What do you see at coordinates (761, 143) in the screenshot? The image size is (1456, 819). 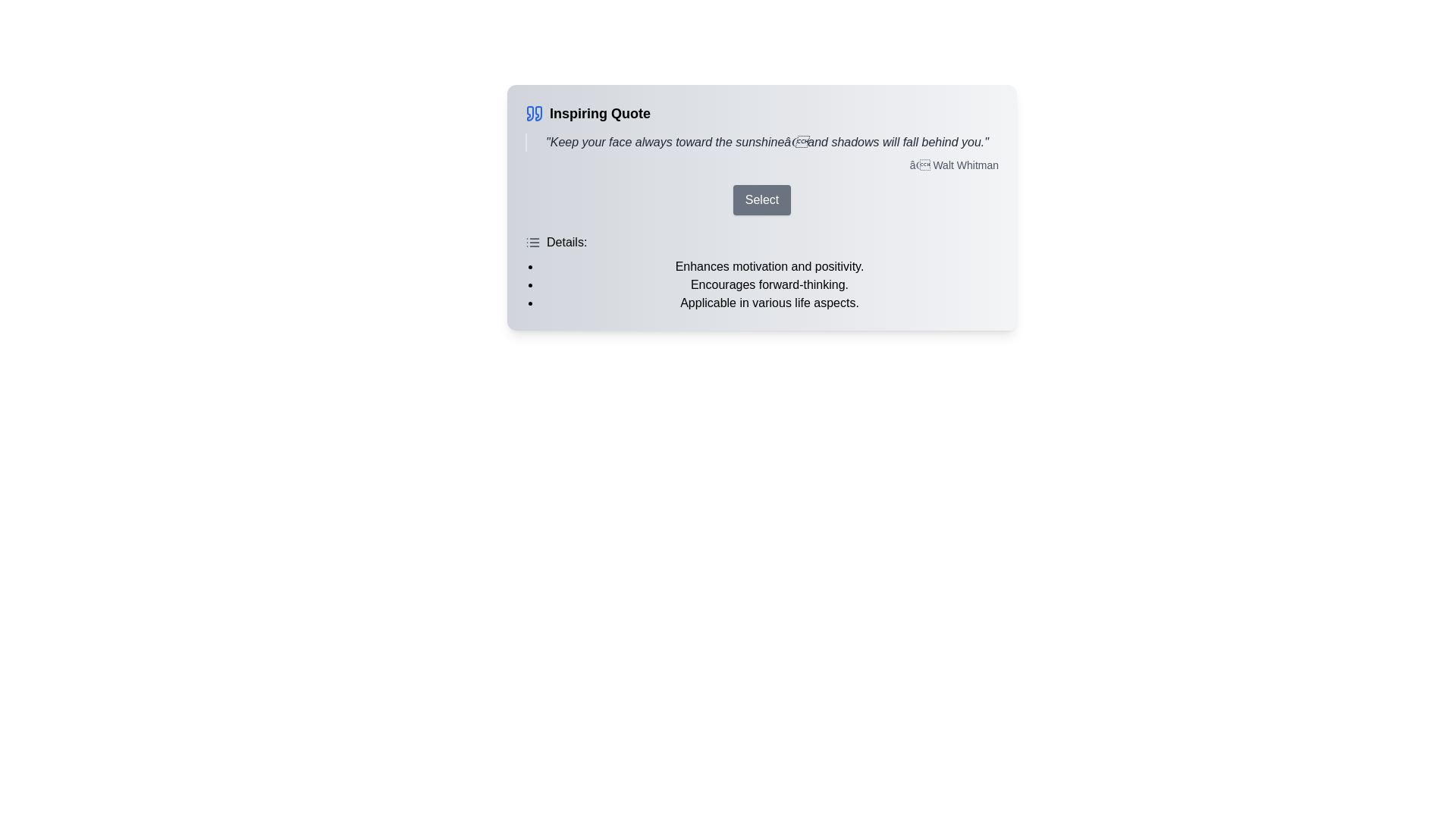 I see `quote displayed in italics: '"Keep your face always toward the sunshineâ€”and shadows will fall behind you."' located in a bordered area beneath the title 'Inspiring Quote'` at bounding box center [761, 143].